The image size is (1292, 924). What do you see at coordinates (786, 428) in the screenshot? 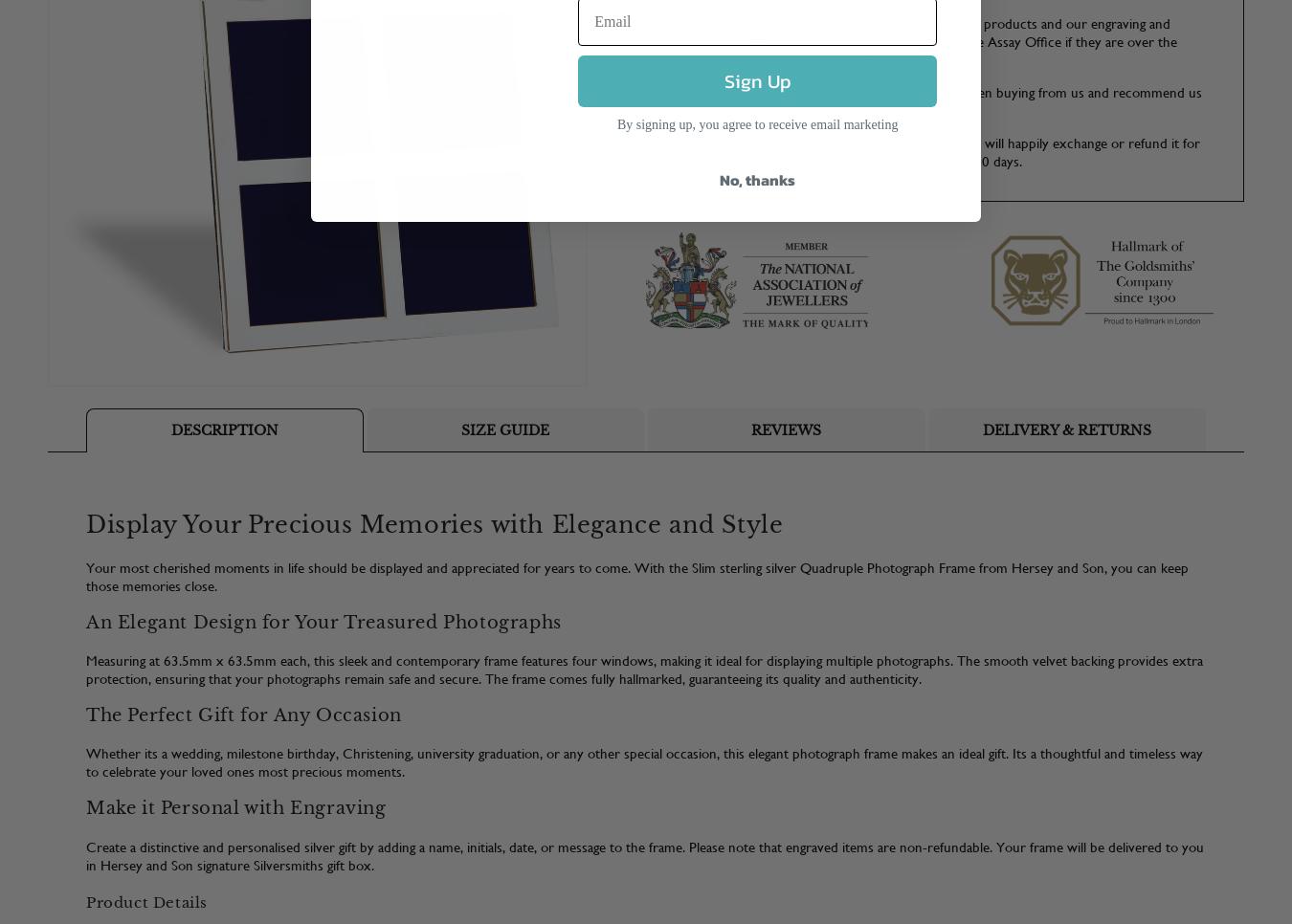
I see `'reviews'` at bounding box center [786, 428].